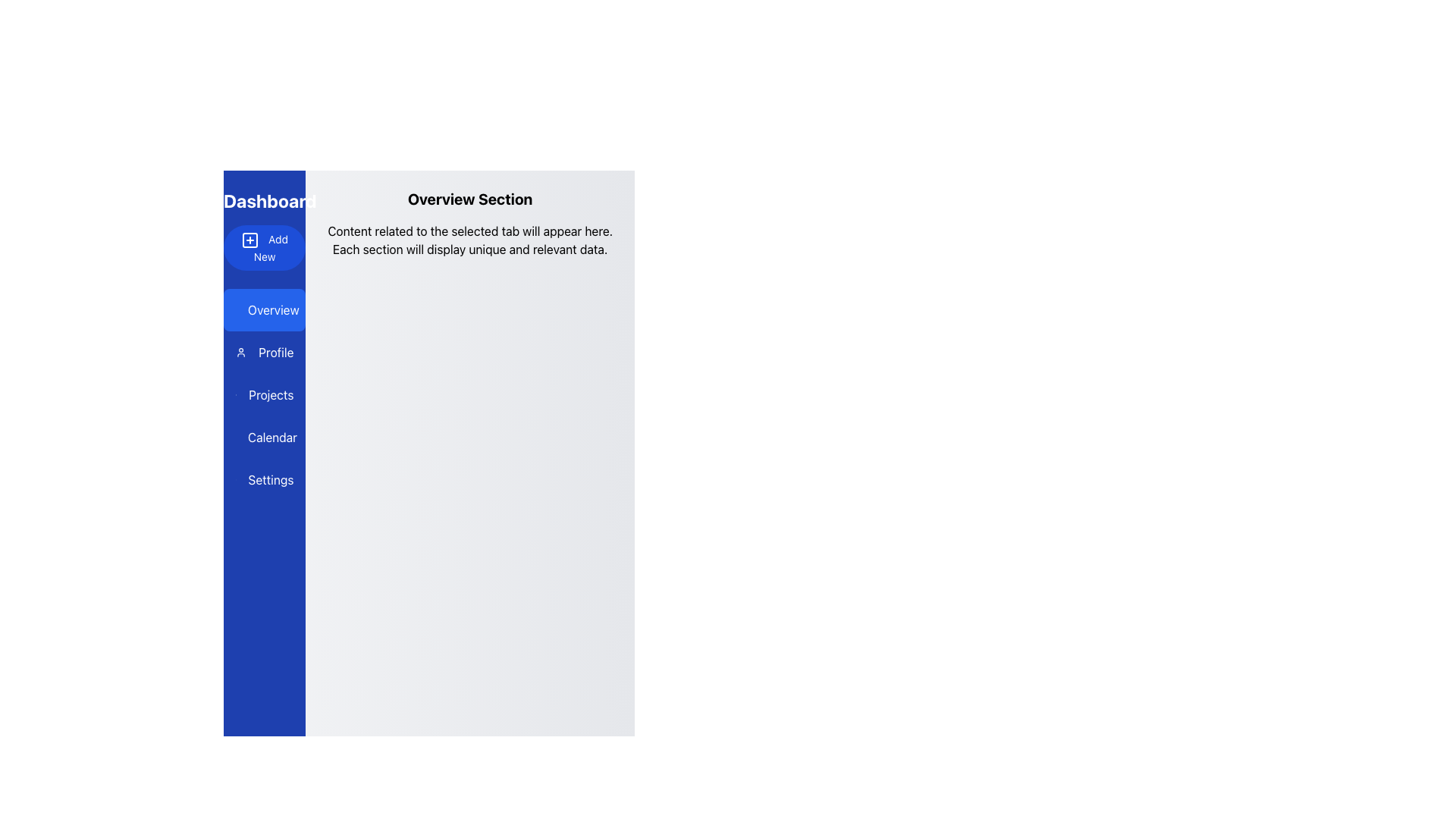 Image resolution: width=1456 pixels, height=819 pixels. What do you see at coordinates (273, 309) in the screenshot?
I see `the 'Overview' text label in the vertical navigation menu` at bounding box center [273, 309].